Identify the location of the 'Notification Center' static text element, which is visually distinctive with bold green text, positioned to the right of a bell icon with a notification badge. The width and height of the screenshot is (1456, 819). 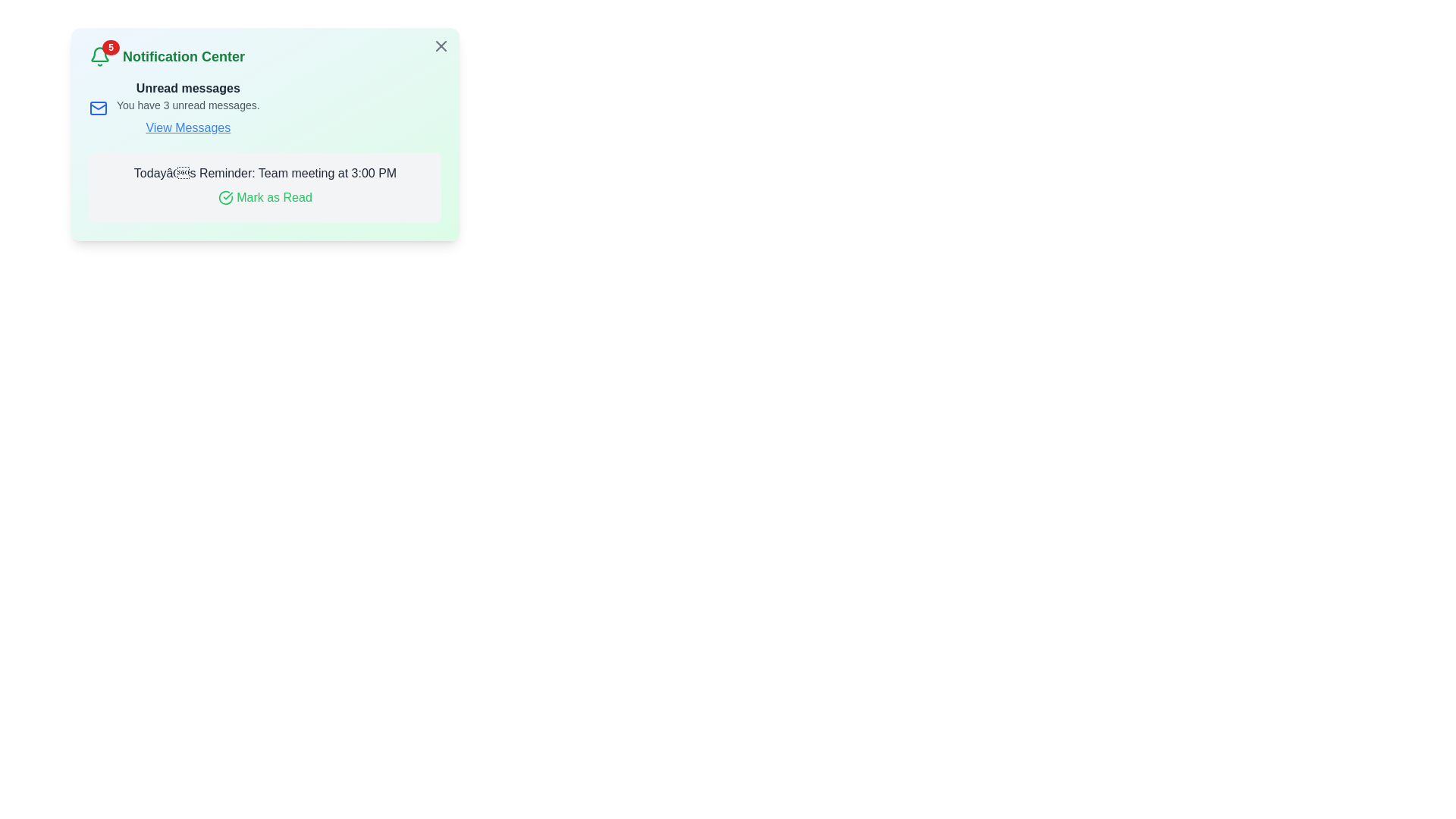
(183, 55).